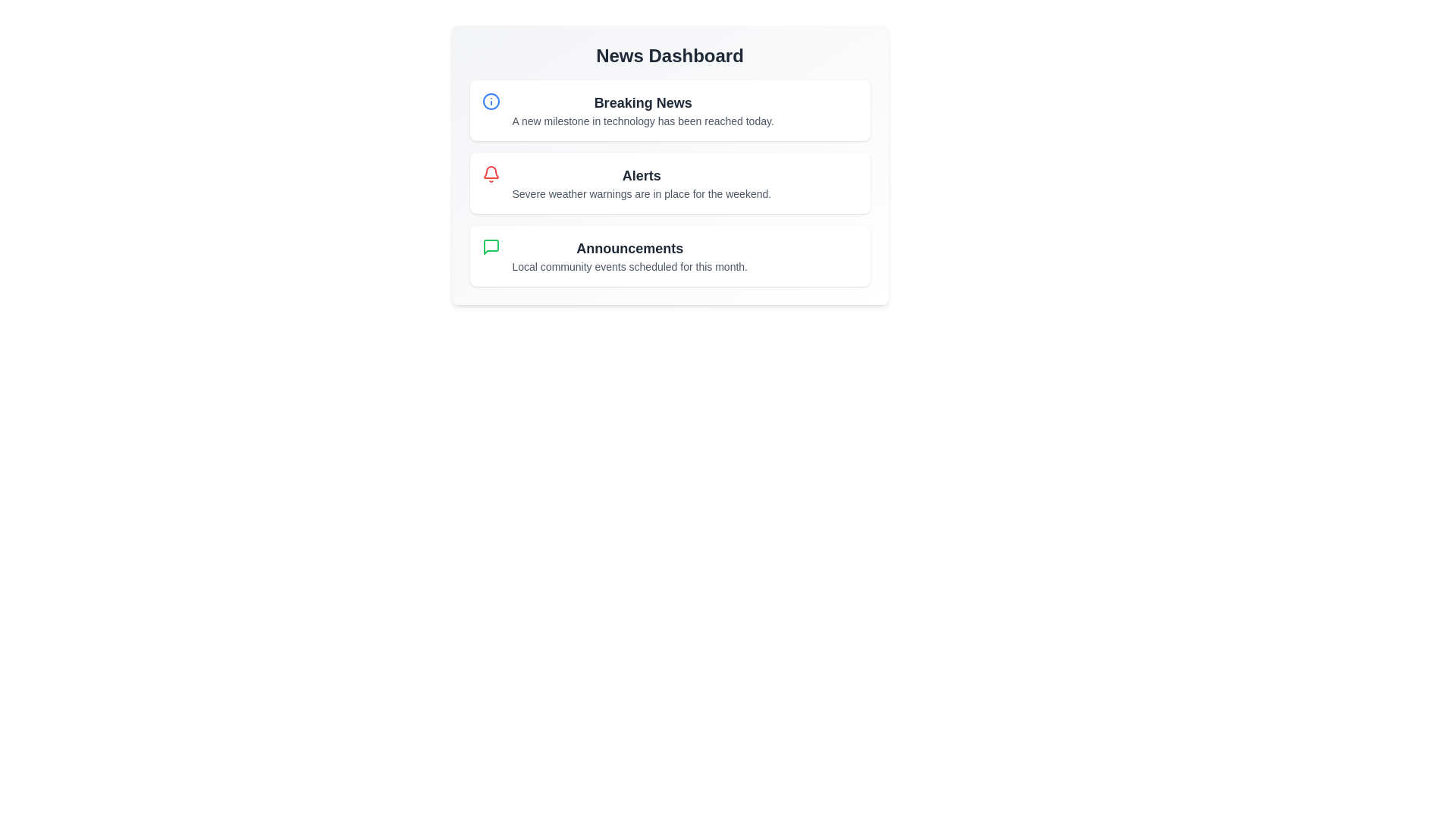  Describe the element at coordinates (669, 256) in the screenshot. I see `the 'Announcements' section in the NewsDashboard` at that location.